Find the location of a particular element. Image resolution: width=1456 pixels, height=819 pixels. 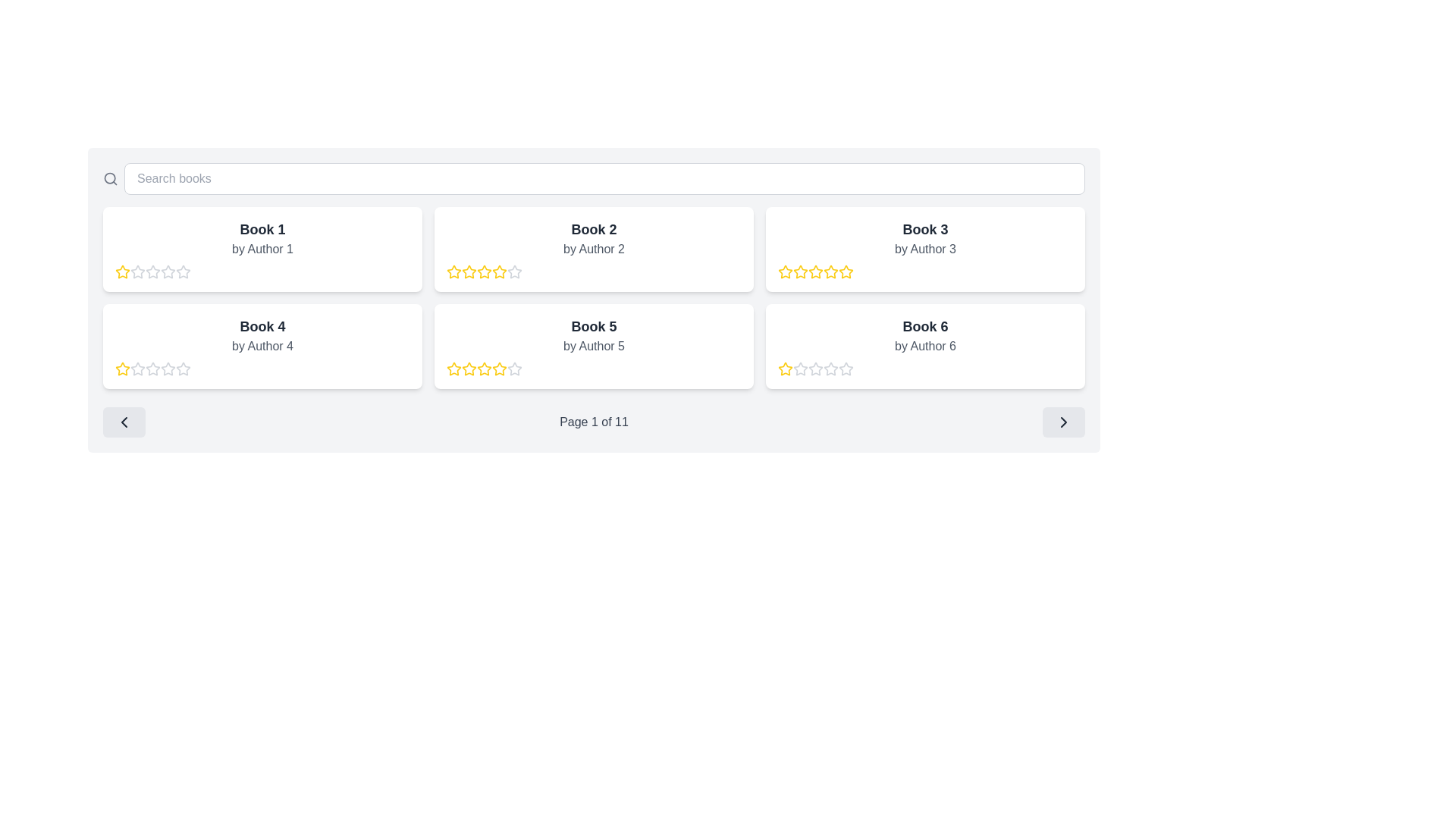

the fifth star-shaped rating icon, which is part of a series of stars used for ratings in the 'Book 6' card is located at coordinates (830, 369).